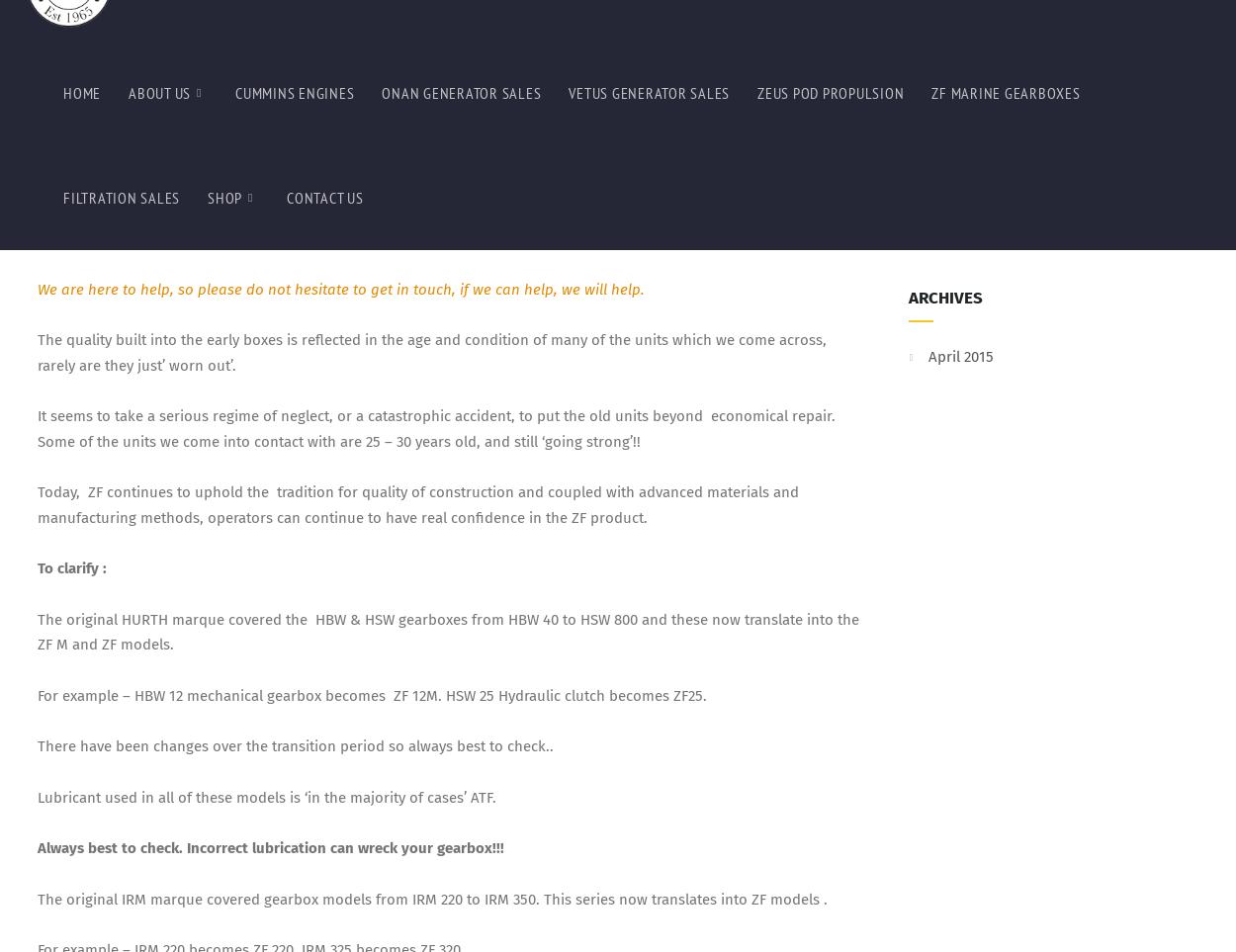 The image size is (1236, 952). Describe the element at coordinates (152, 247) in the screenshot. I see `'ZF220A = Down angle output shaft.'` at that location.